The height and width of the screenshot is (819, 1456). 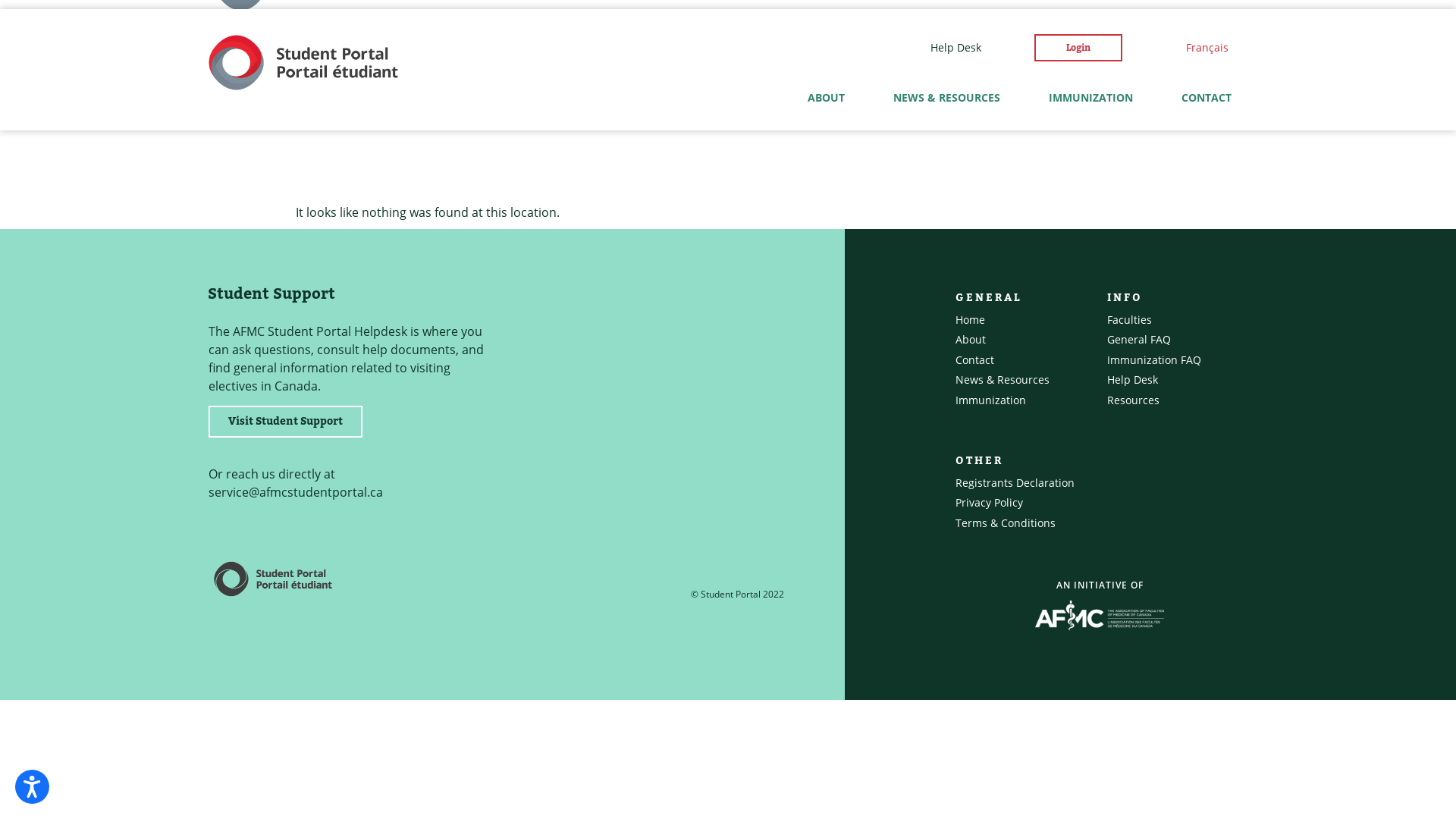 What do you see at coordinates (1133, 399) in the screenshot?
I see `'Resources'` at bounding box center [1133, 399].